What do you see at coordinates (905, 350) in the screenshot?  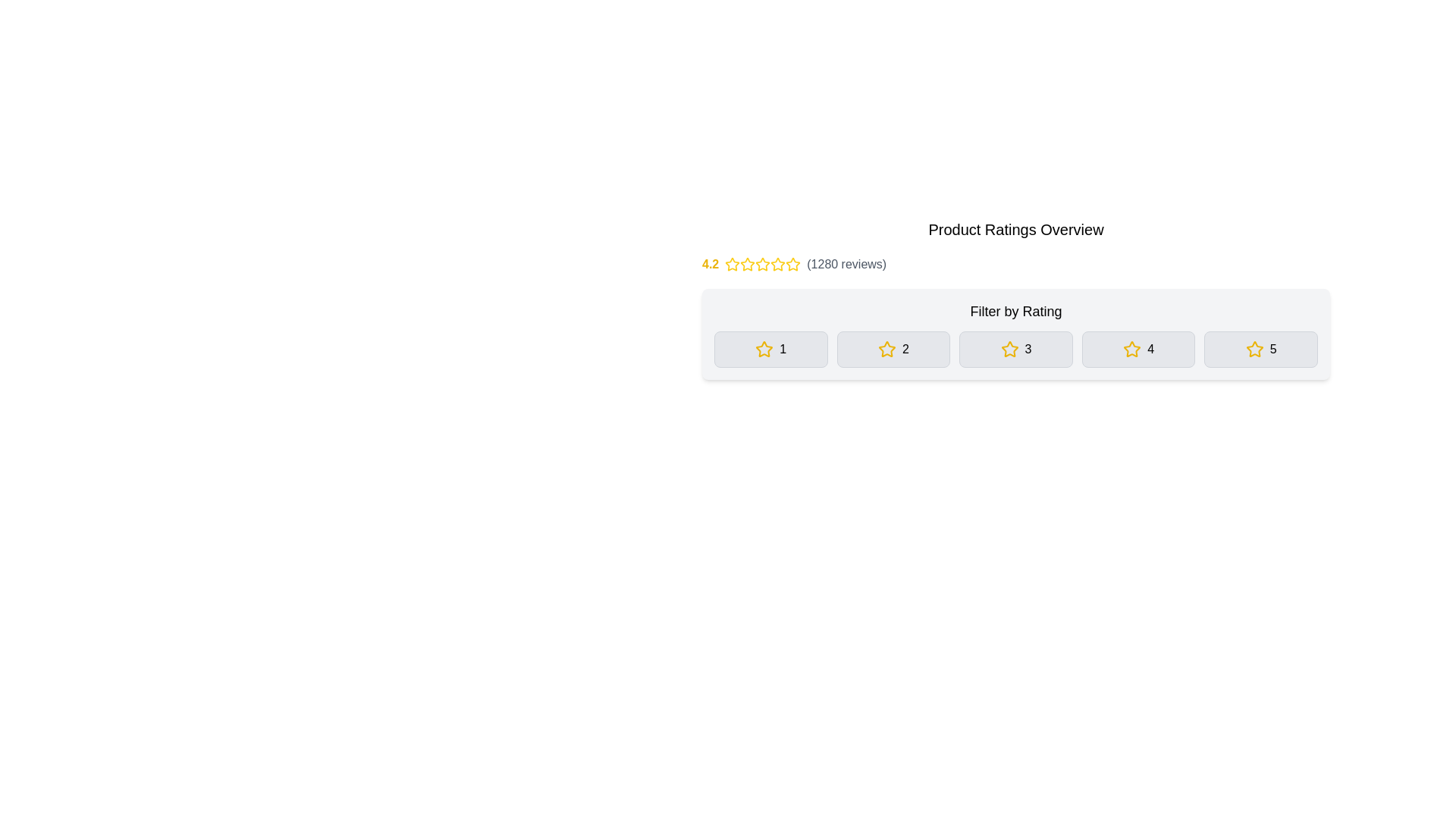 I see `the text element displaying the number '2' in a medium font size, which is part of the 'Filter by Rating' section and is the second button from the left` at bounding box center [905, 350].